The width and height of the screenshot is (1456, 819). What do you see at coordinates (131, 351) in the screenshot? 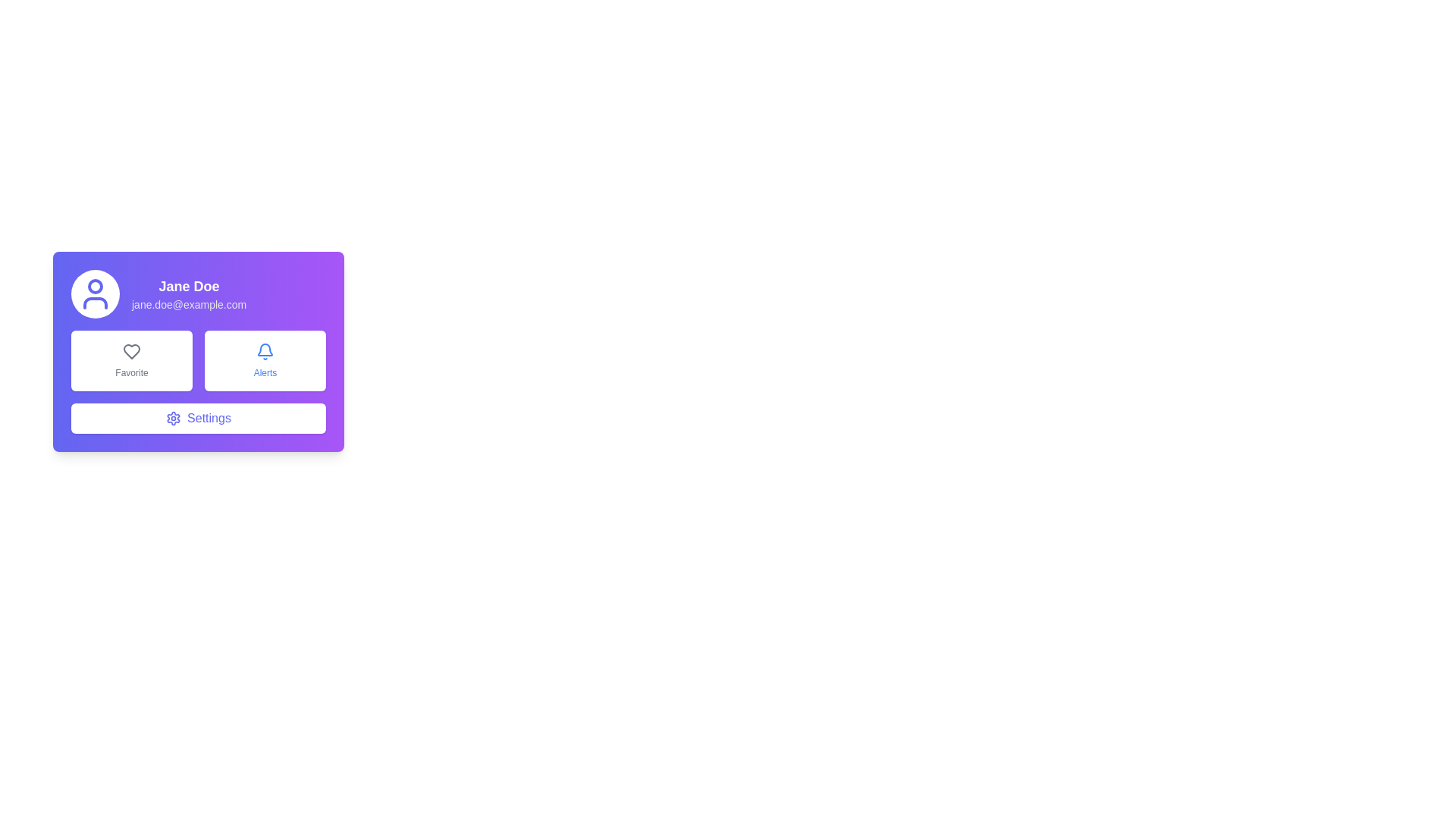
I see `the 'Favorite' icon located on the left side of the second row within the card layout, which indicates saved or preferred items` at bounding box center [131, 351].